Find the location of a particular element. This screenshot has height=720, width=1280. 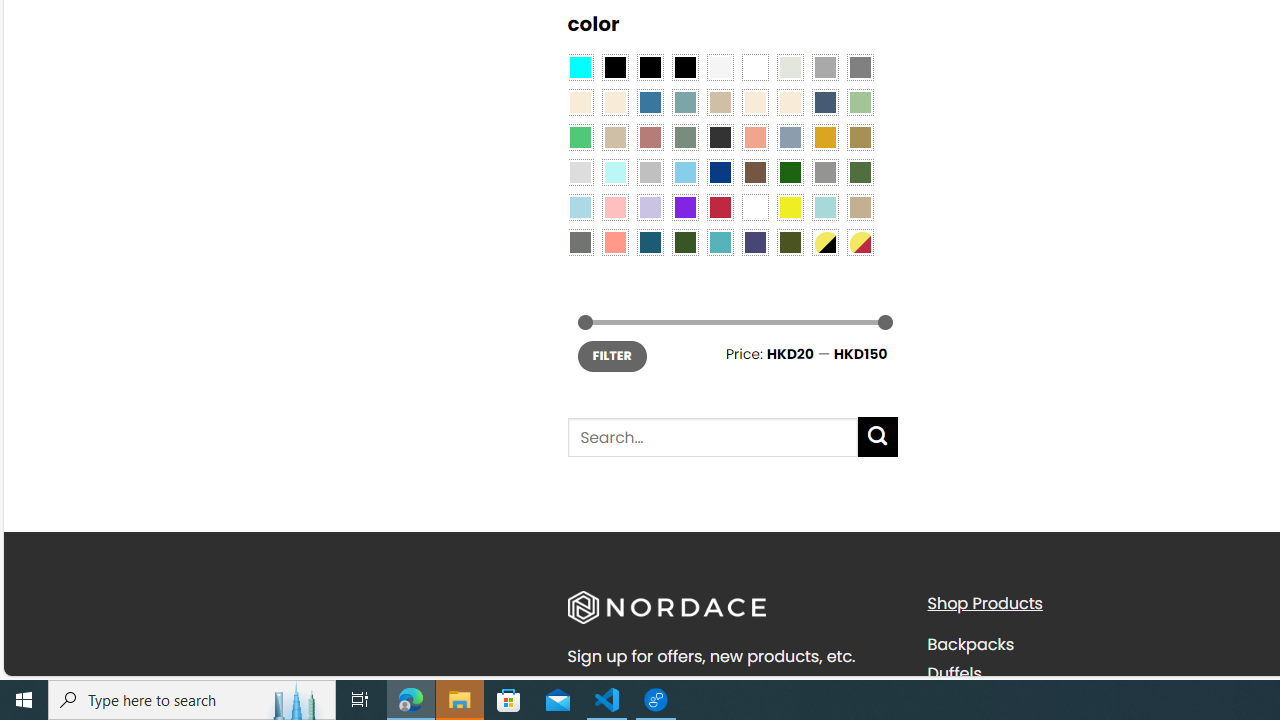

'Mint' is located at coordinates (614, 171).